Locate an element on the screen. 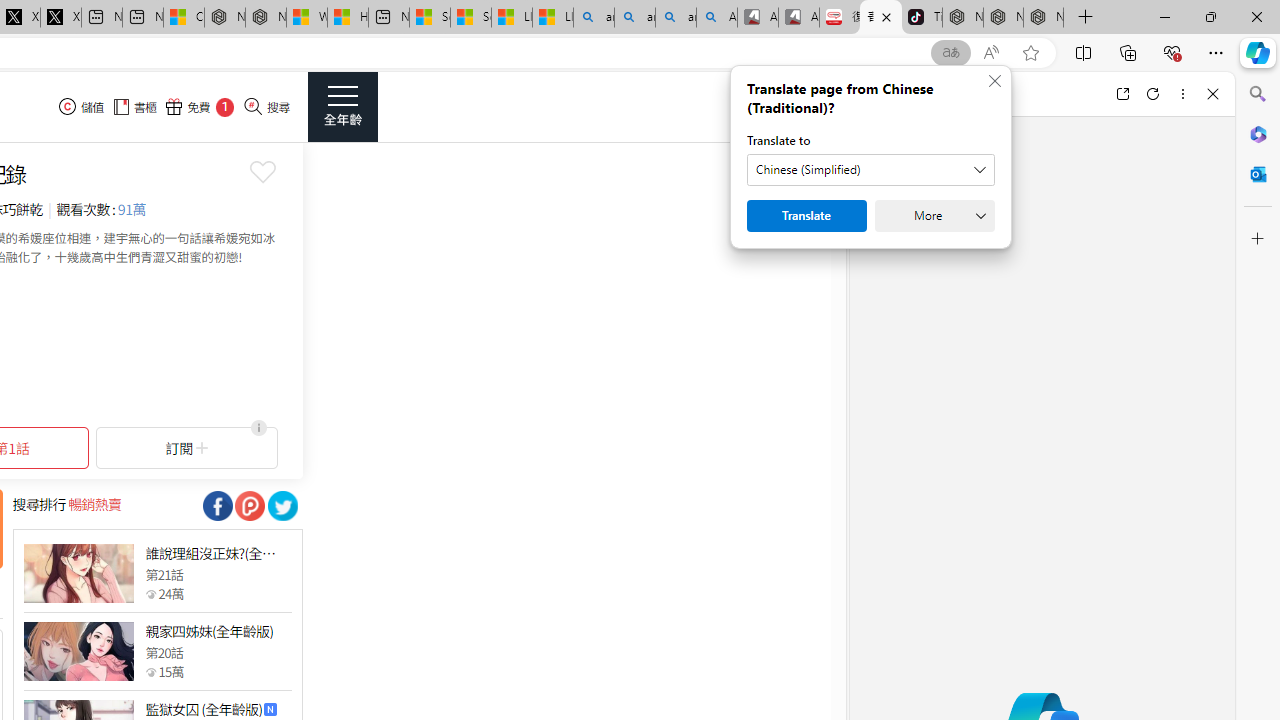 This screenshot has width=1280, height=720. 'Translate to' is located at coordinates (871, 168).